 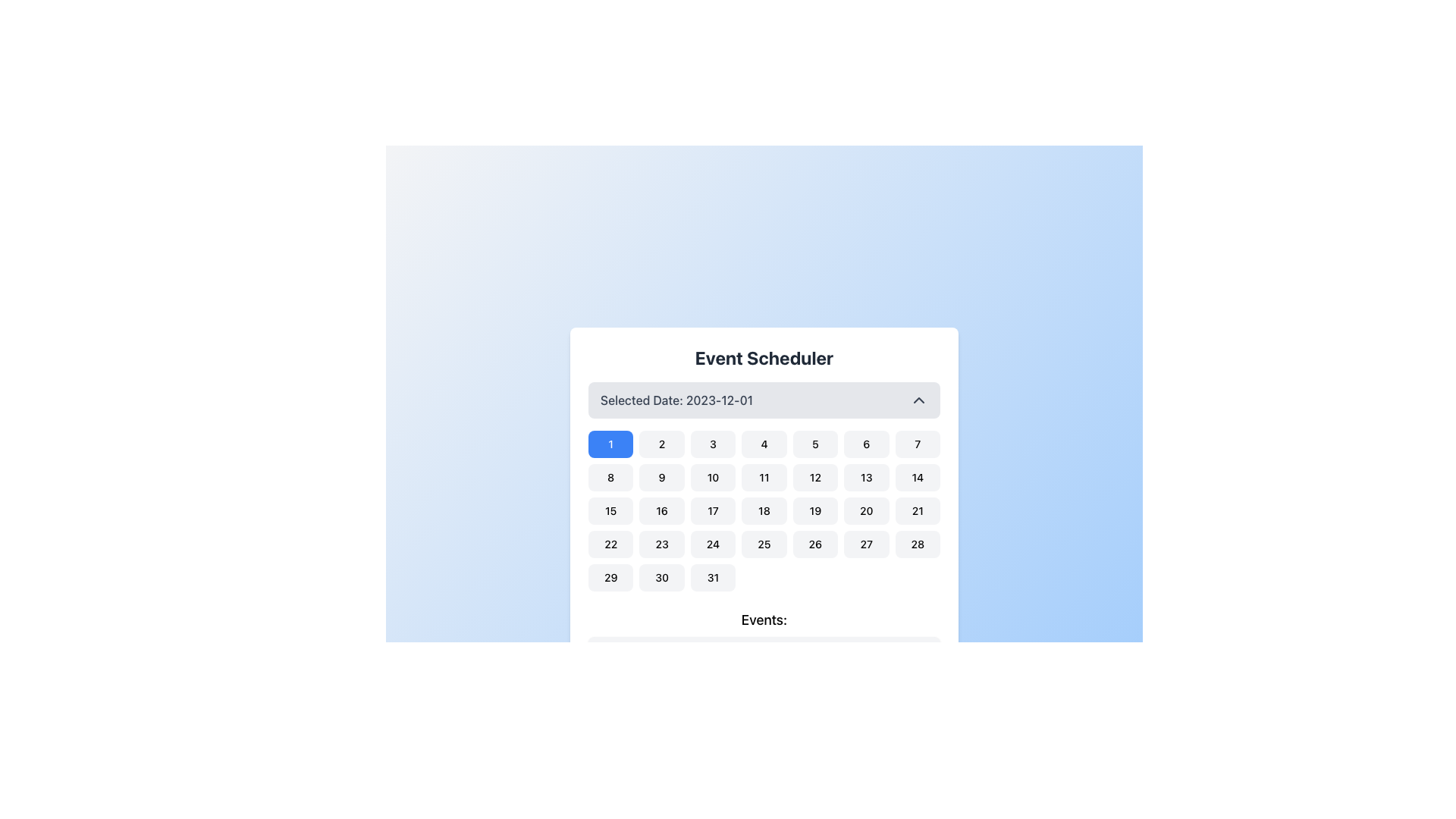 What do you see at coordinates (610, 511) in the screenshot?
I see `the button for the 15th day of the month in the calendar` at bounding box center [610, 511].